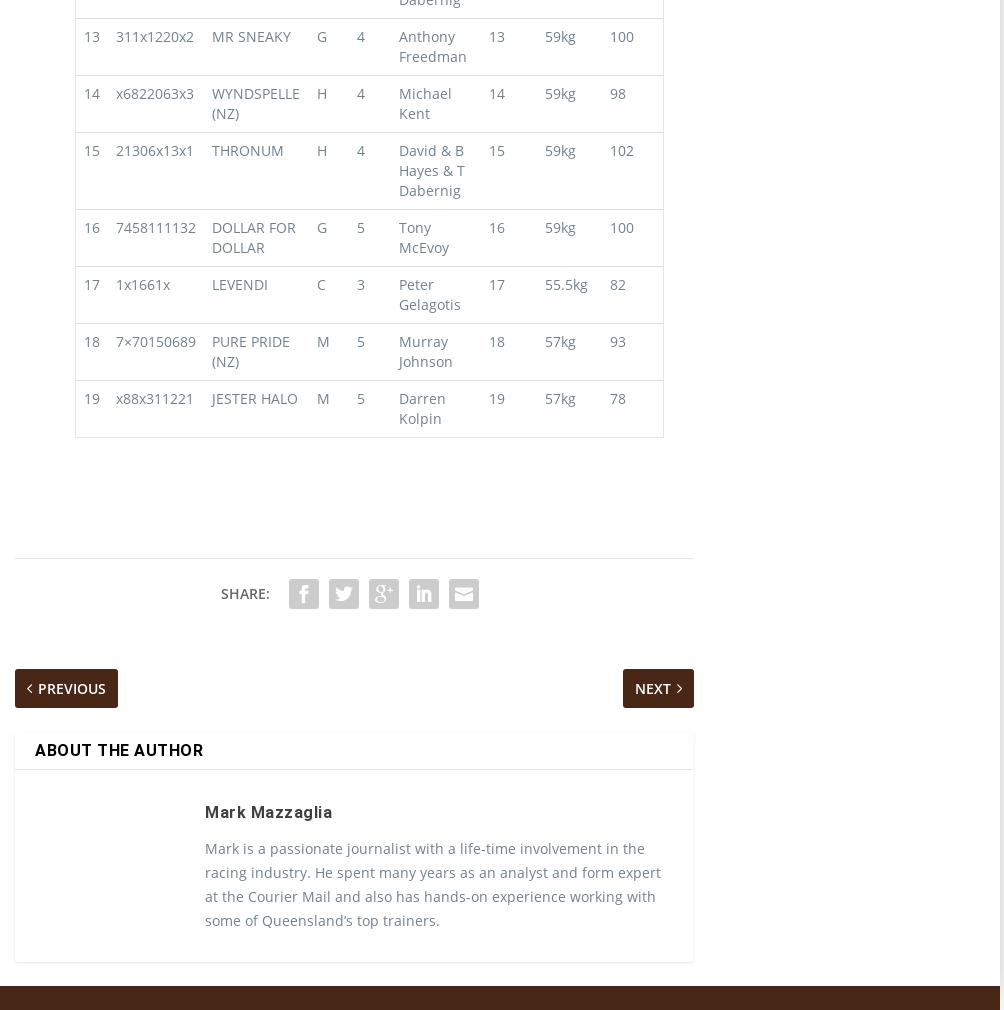 The width and height of the screenshot is (1004, 1010). What do you see at coordinates (610, 318) in the screenshot?
I see `'82'` at bounding box center [610, 318].